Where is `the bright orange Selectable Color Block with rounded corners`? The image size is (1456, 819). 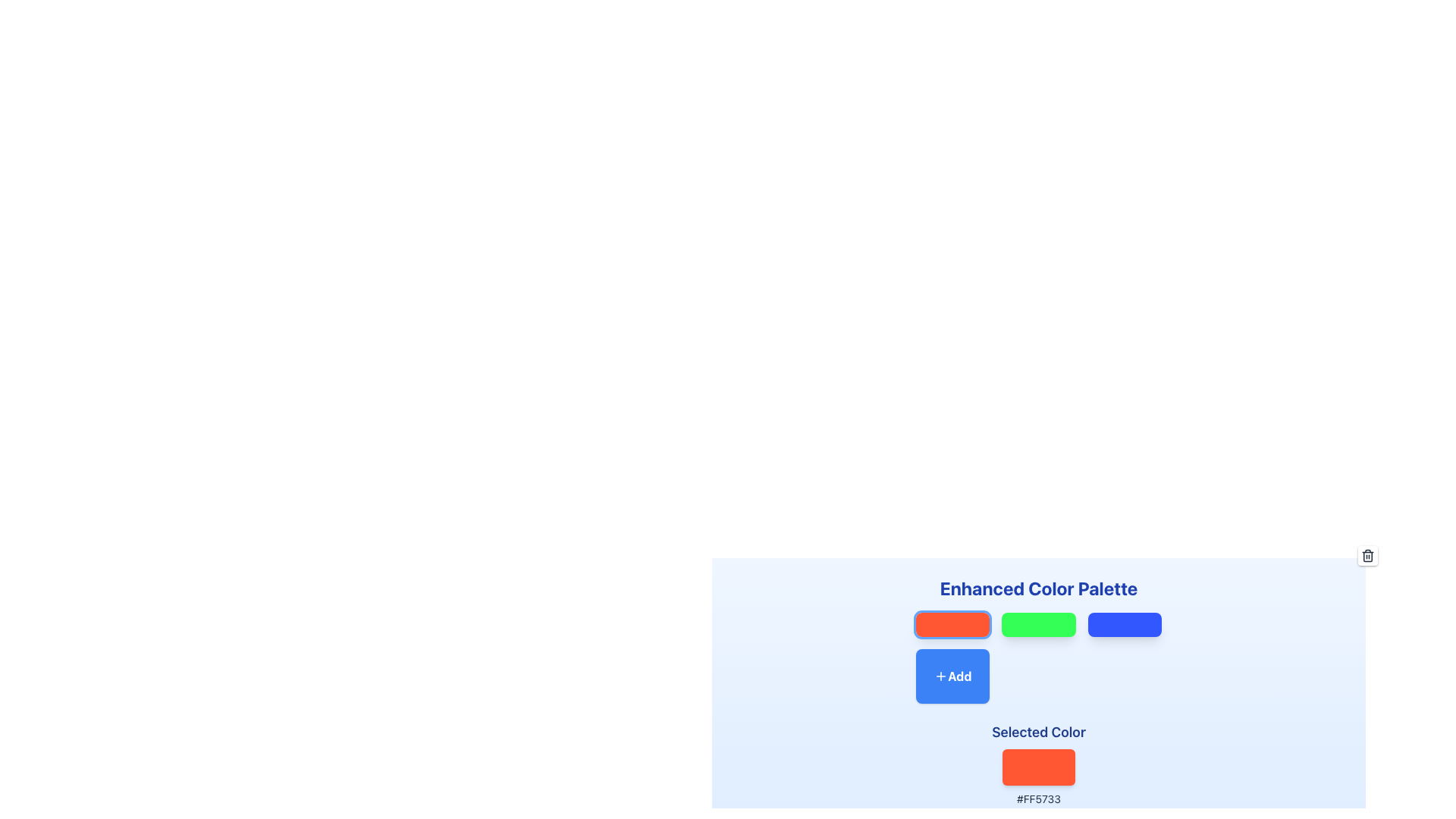
the bright orange Selectable Color Block with rounded corners is located at coordinates (952, 625).